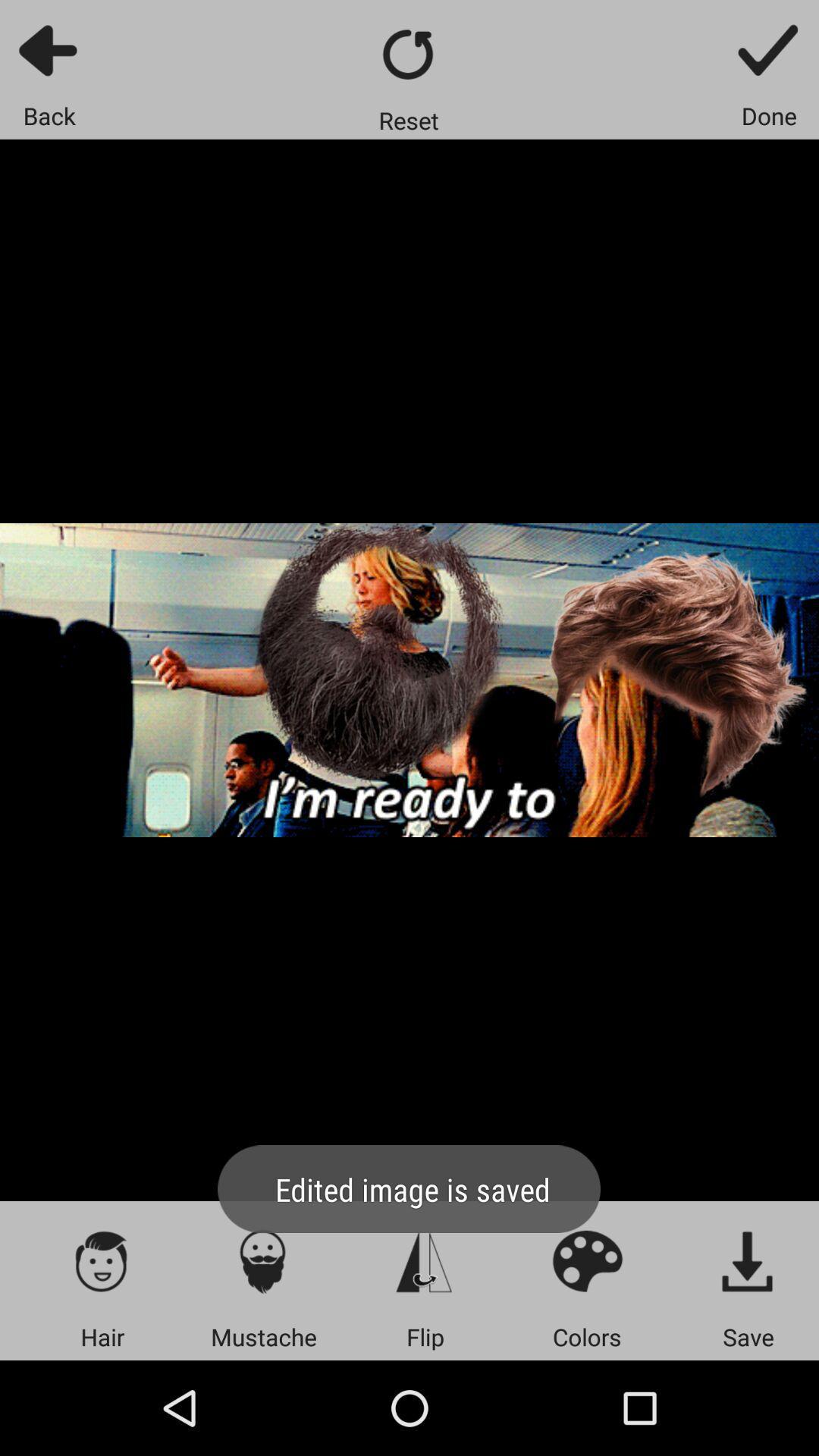  What do you see at coordinates (769, 49) in the screenshot?
I see `done` at bounding box center [769, 49].